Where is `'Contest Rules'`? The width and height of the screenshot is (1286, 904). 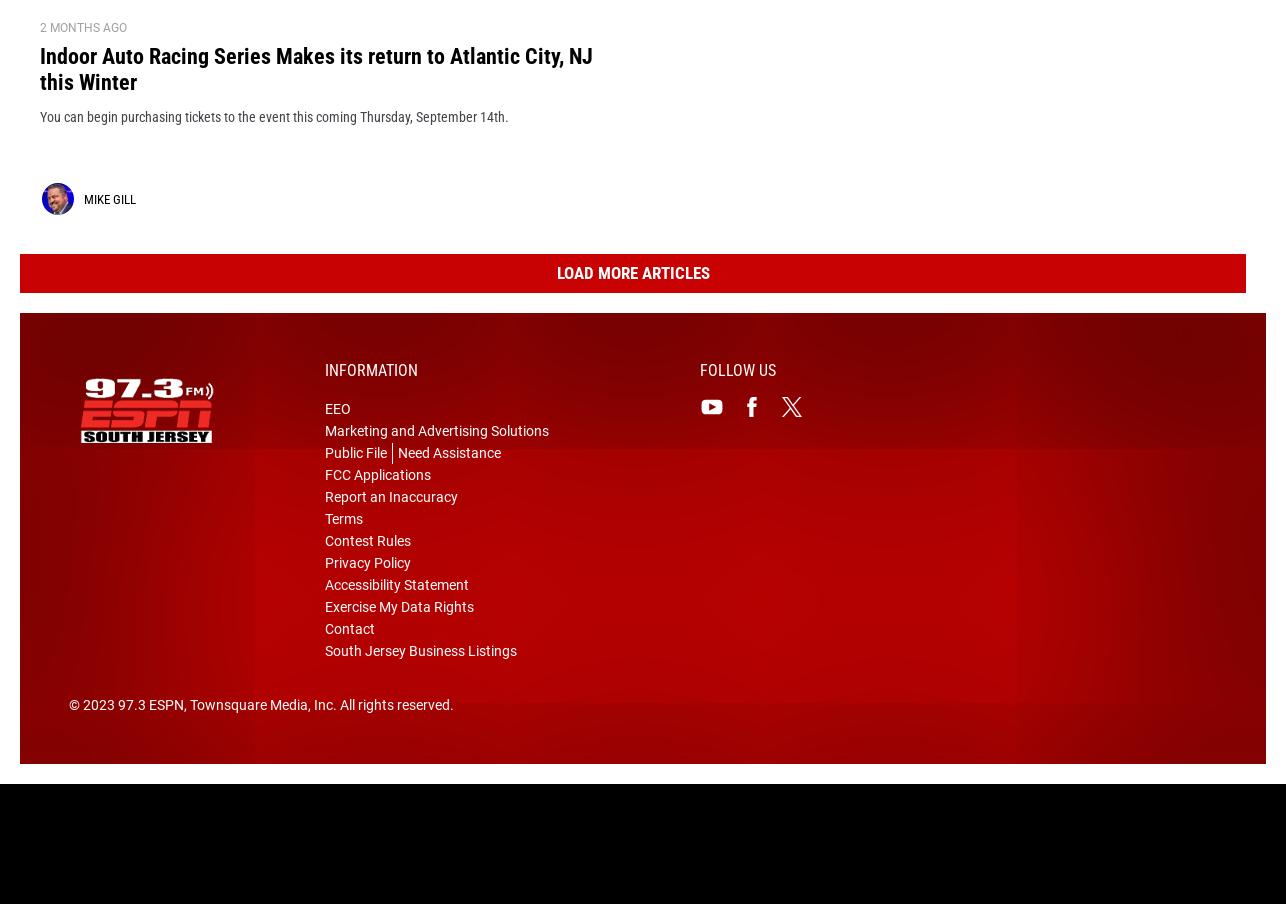 'Contest Rules' is located at coordinates (367, 571).